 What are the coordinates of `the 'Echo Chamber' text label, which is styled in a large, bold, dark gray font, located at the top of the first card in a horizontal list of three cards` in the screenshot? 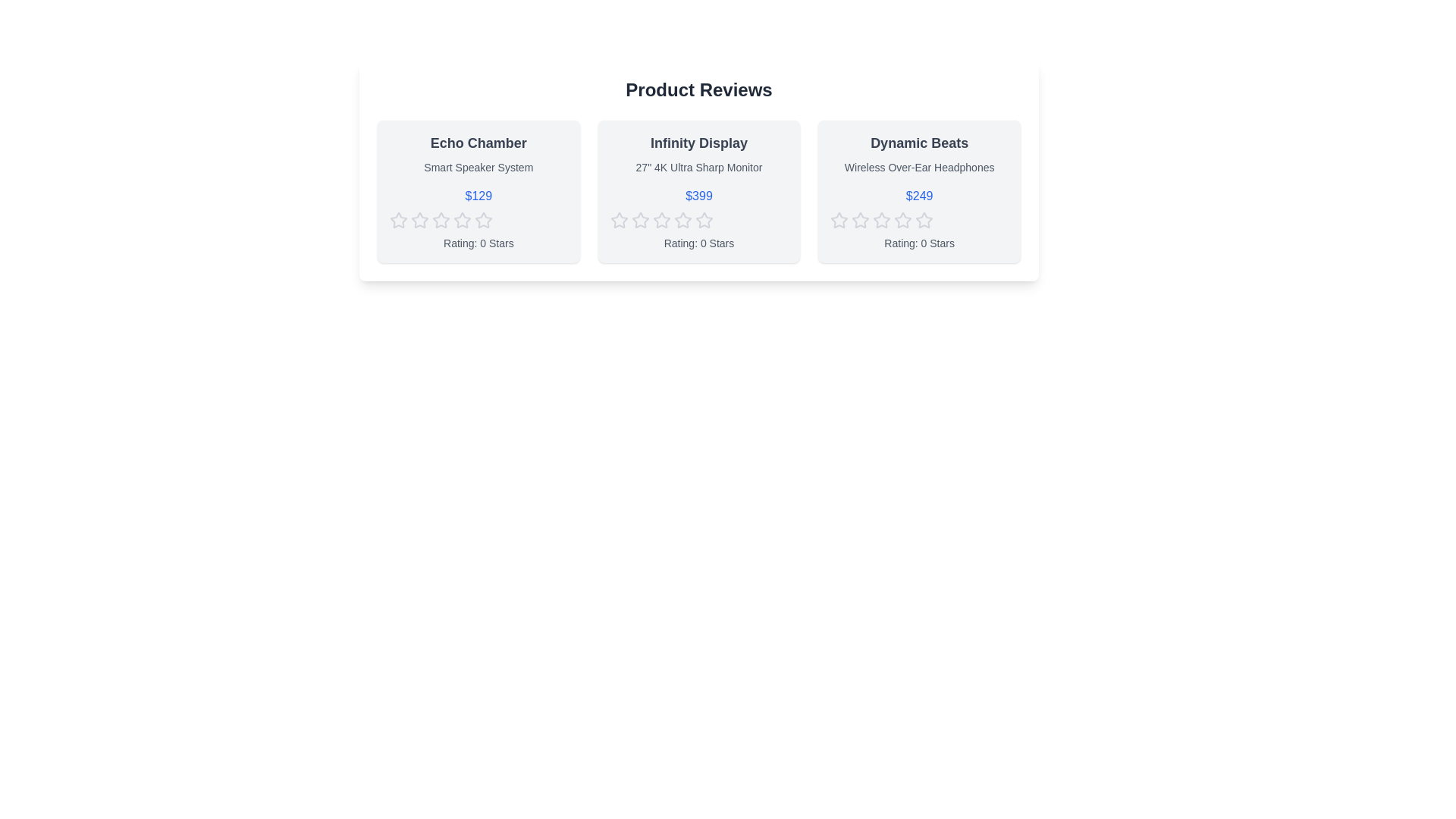 It's located at (478, 143).